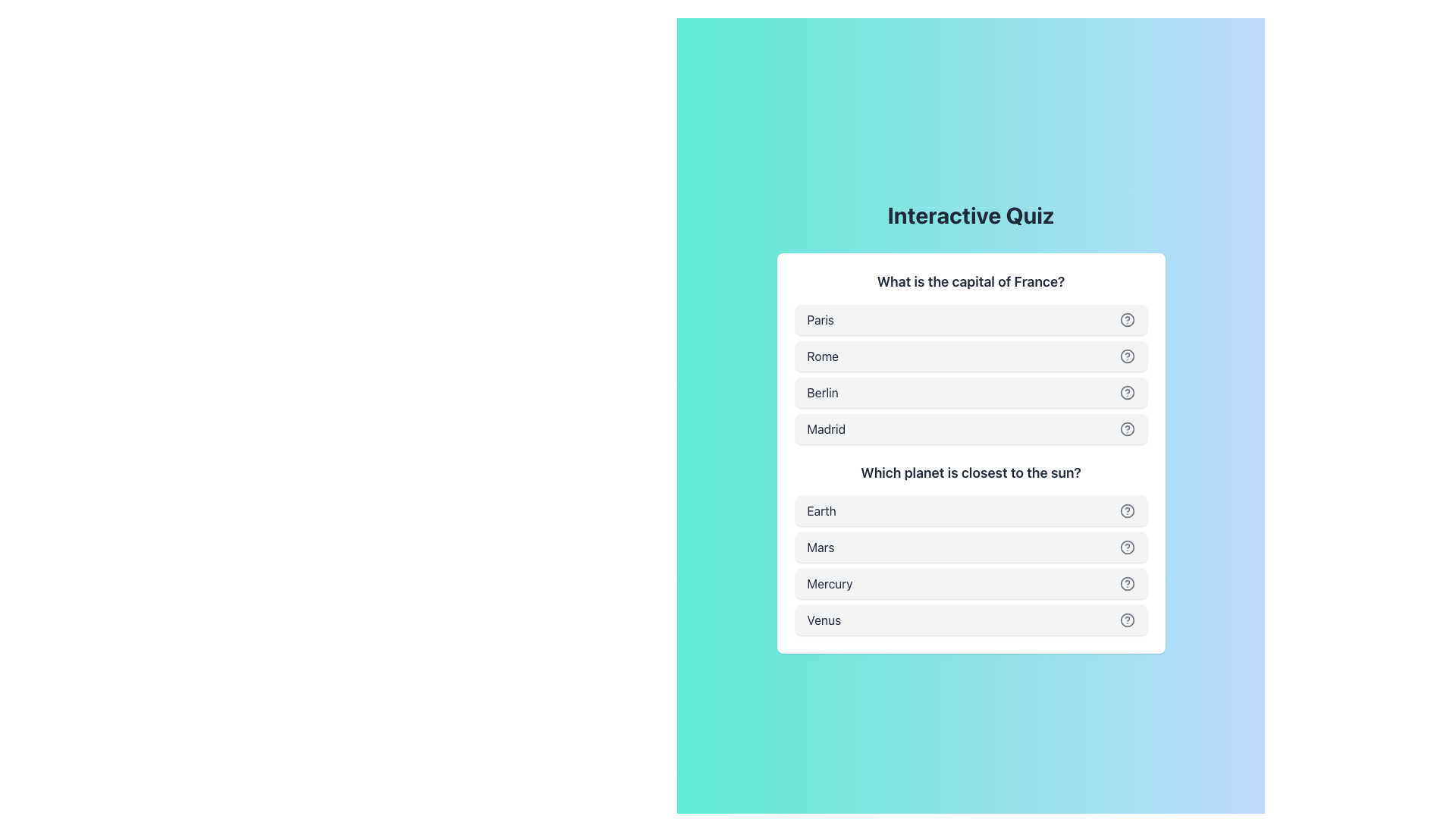  I want to click on the help icon located in the second row under the question 'What is the capital of France?', positioned to the right of the text 'Rome', so click(1127, 356).